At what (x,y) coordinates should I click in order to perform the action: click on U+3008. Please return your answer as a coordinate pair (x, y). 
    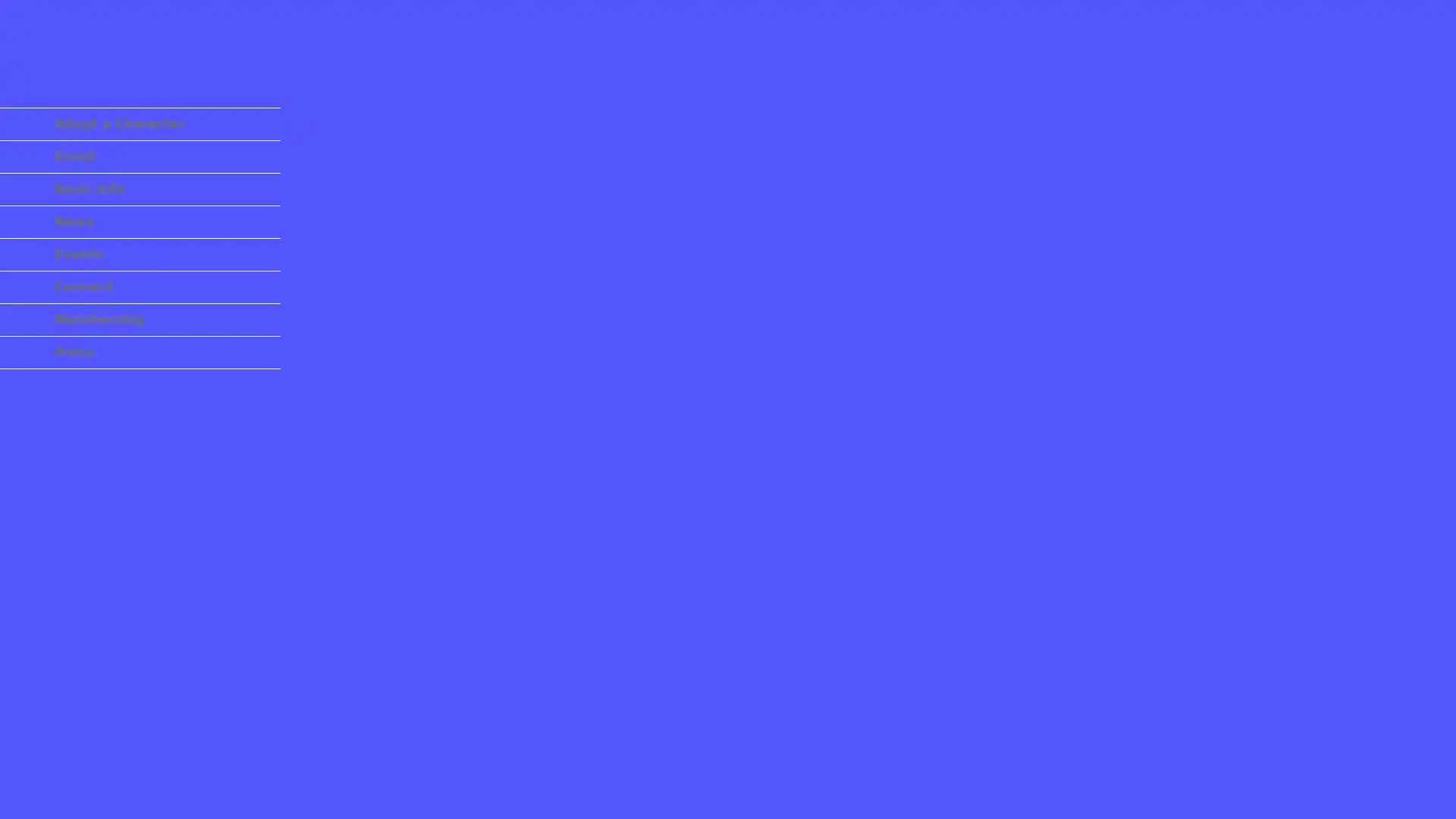
    Looking at the image, I should click on (1045, 531).